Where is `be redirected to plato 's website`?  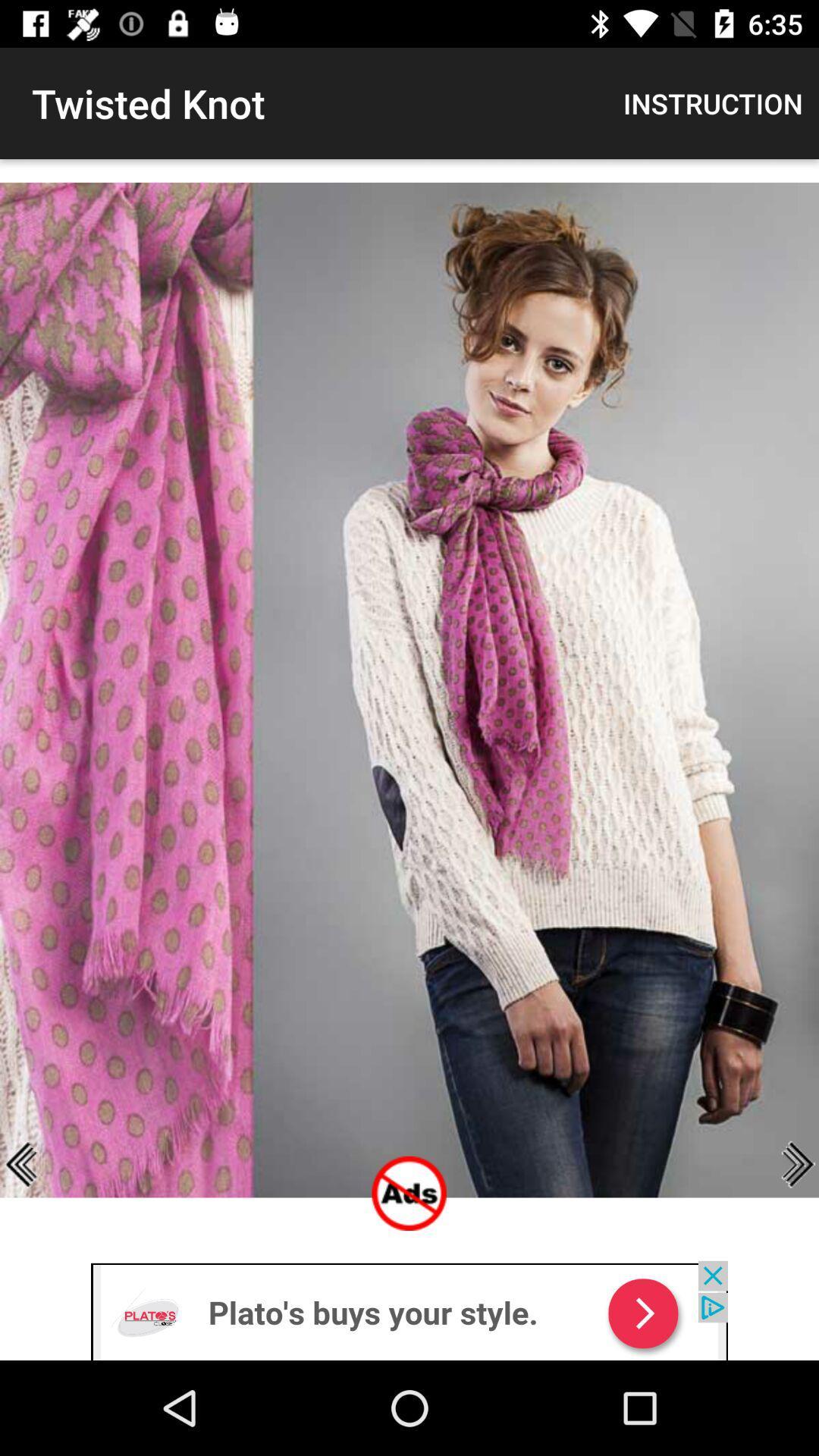
be redirected to plato 's website is located at coordinates (409, 1310).